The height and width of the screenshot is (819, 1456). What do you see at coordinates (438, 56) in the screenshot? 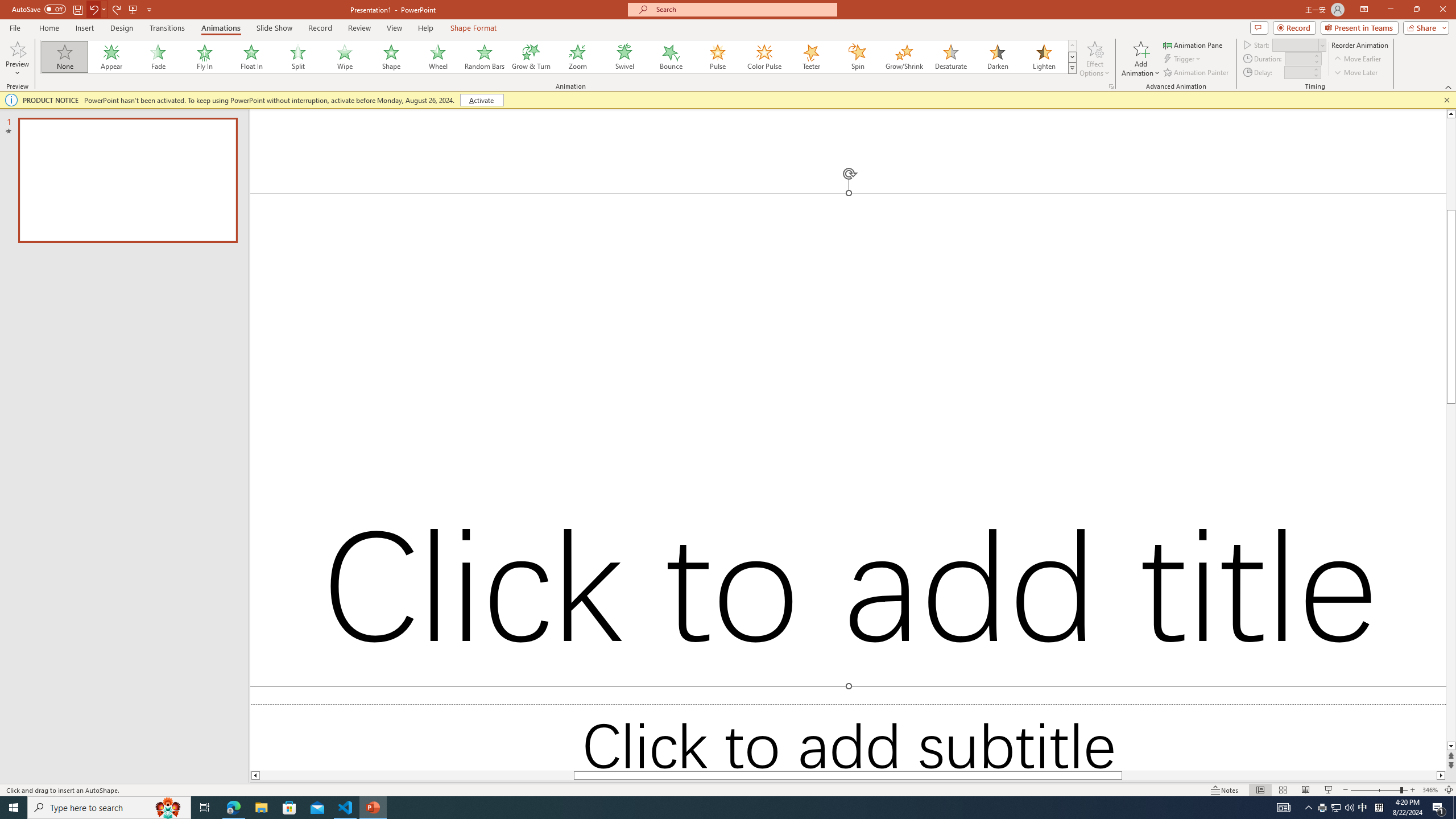
I see `'Wheel'` at bounding box center [438, 56].